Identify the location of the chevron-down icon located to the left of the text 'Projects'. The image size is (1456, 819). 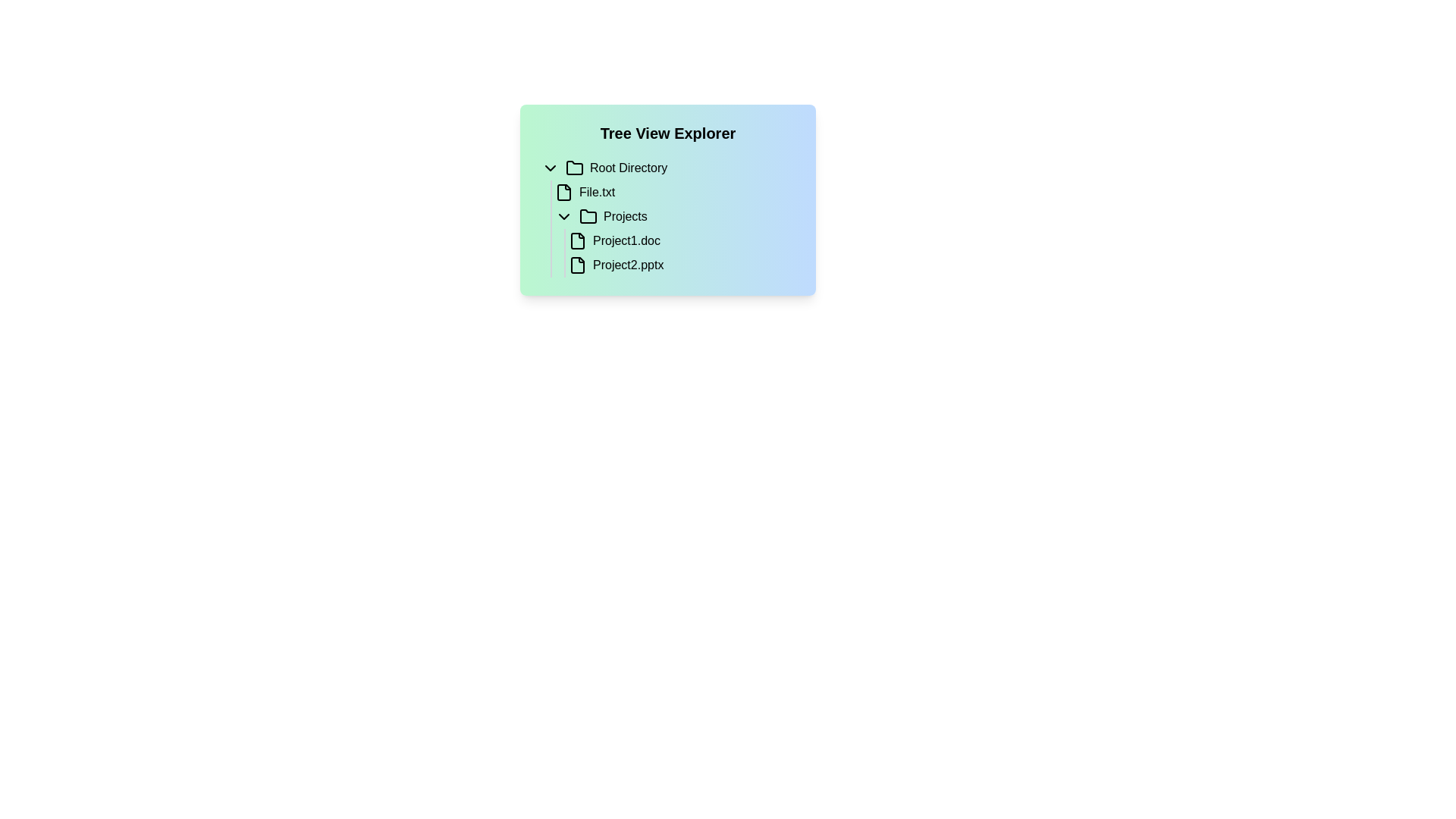
(563, 216).